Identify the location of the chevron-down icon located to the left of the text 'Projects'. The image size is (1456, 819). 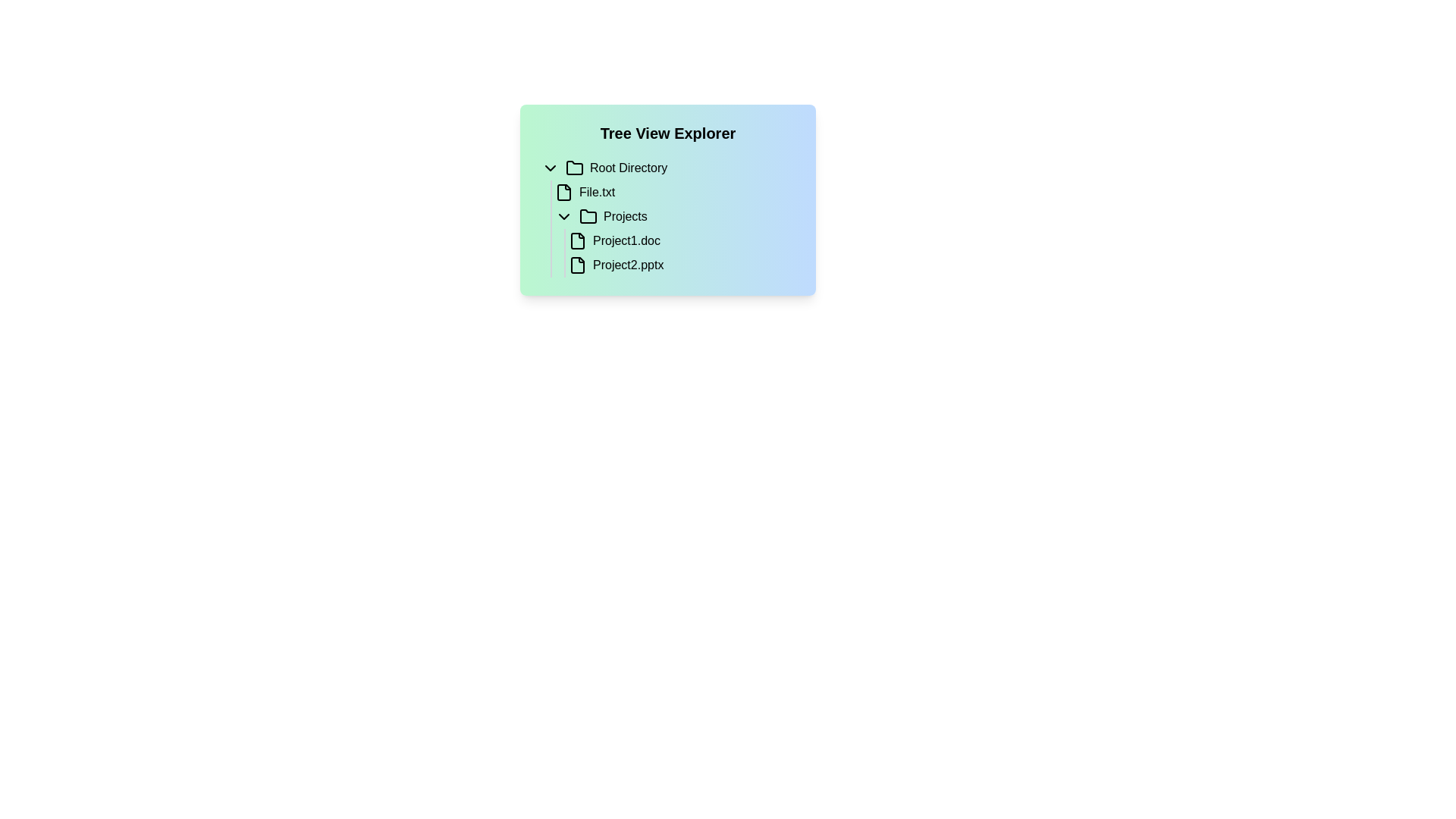
(563, 216).